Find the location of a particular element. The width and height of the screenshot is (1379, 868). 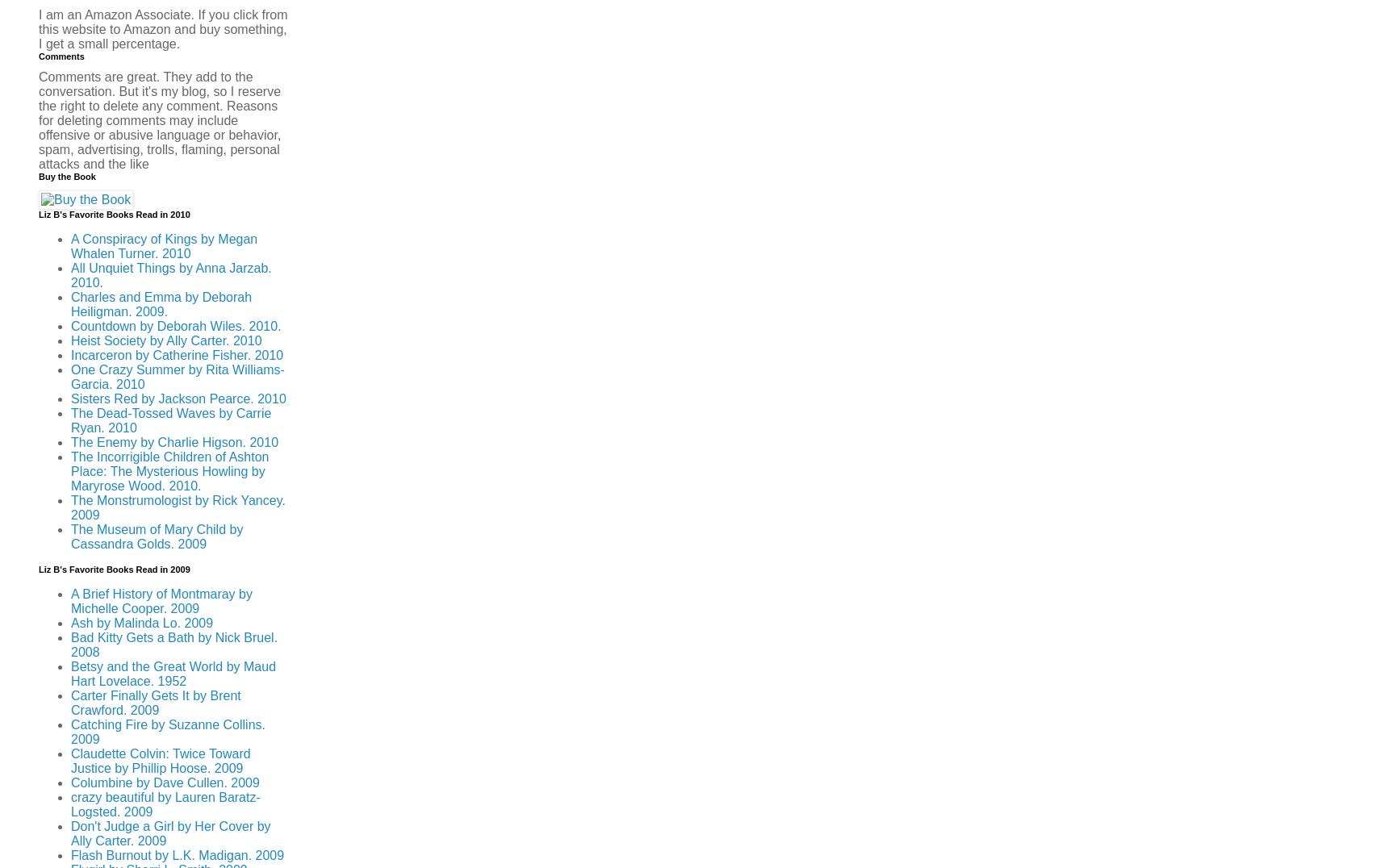

'Liz B's Favorite Books Read in 2009' is located at coordinates (38, 569).